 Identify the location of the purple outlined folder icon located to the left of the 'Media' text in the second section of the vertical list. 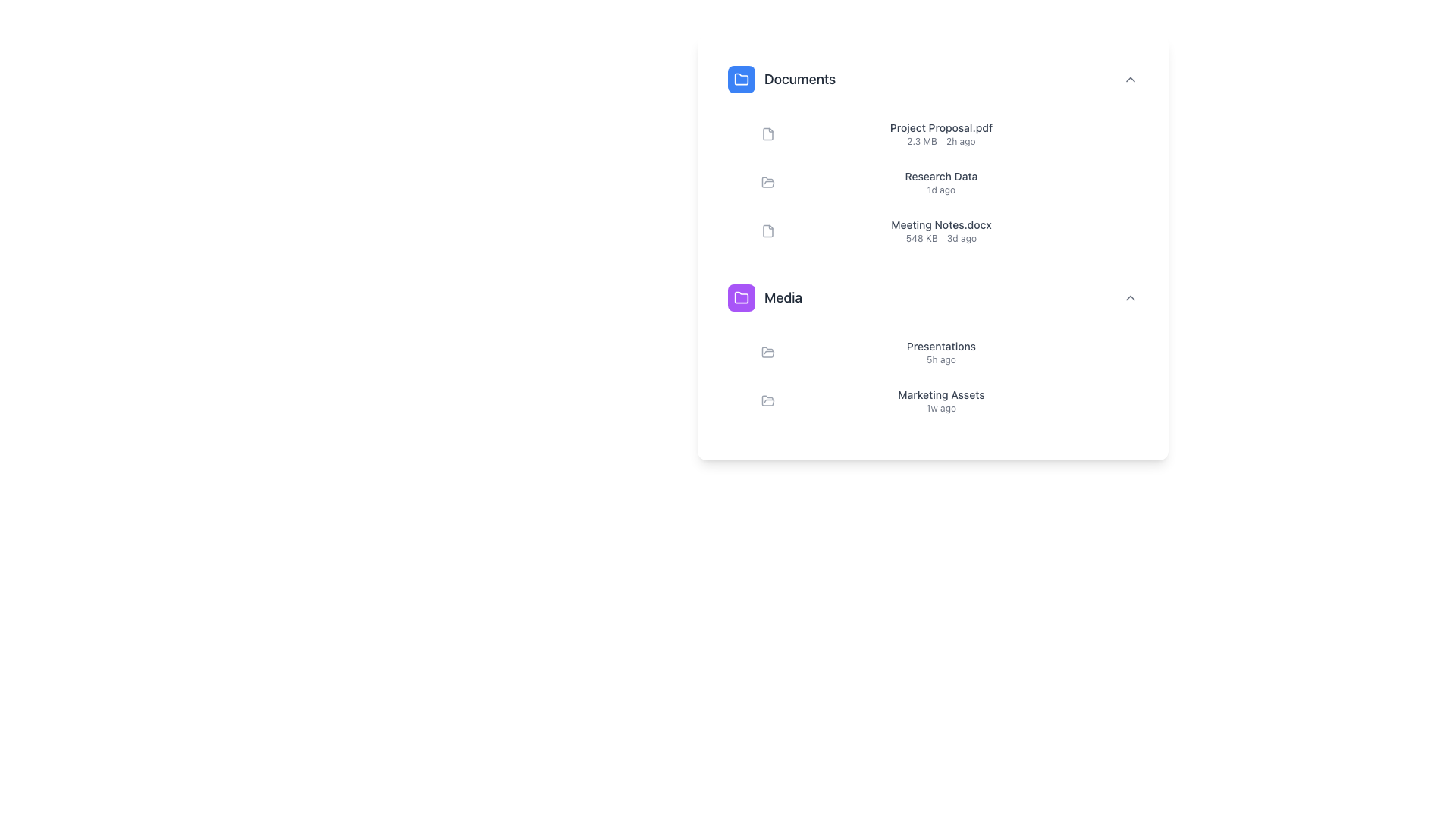
(742, 297).